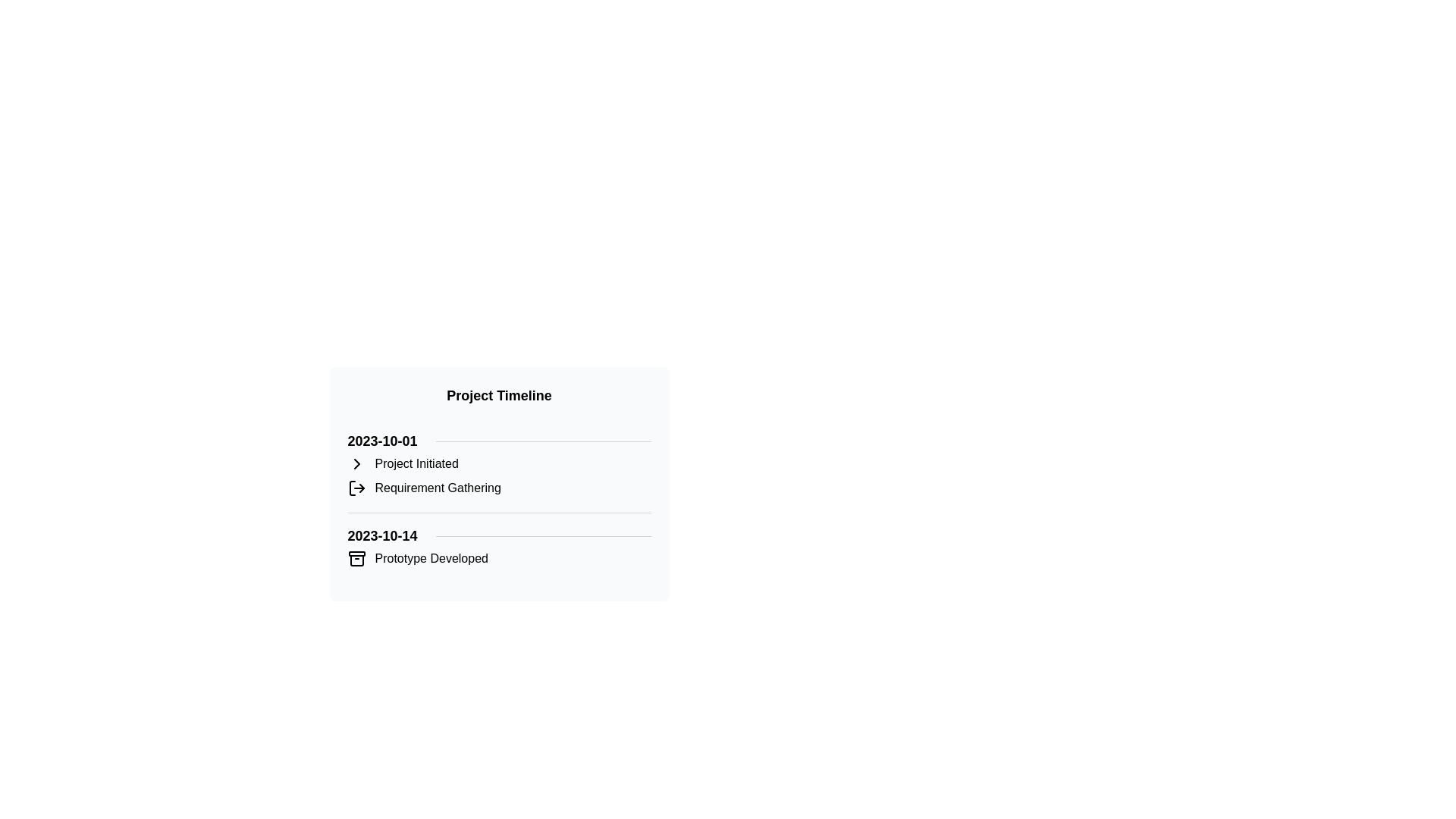 This screenshot has width=1456, height=819. What do you see at coordinates (356, 554) in the screenshot?
I see `the decorative visual component representing the top section of the archive box icon located within the timeline entry dated '2023-10-14'` at bounding box center [356, 554].